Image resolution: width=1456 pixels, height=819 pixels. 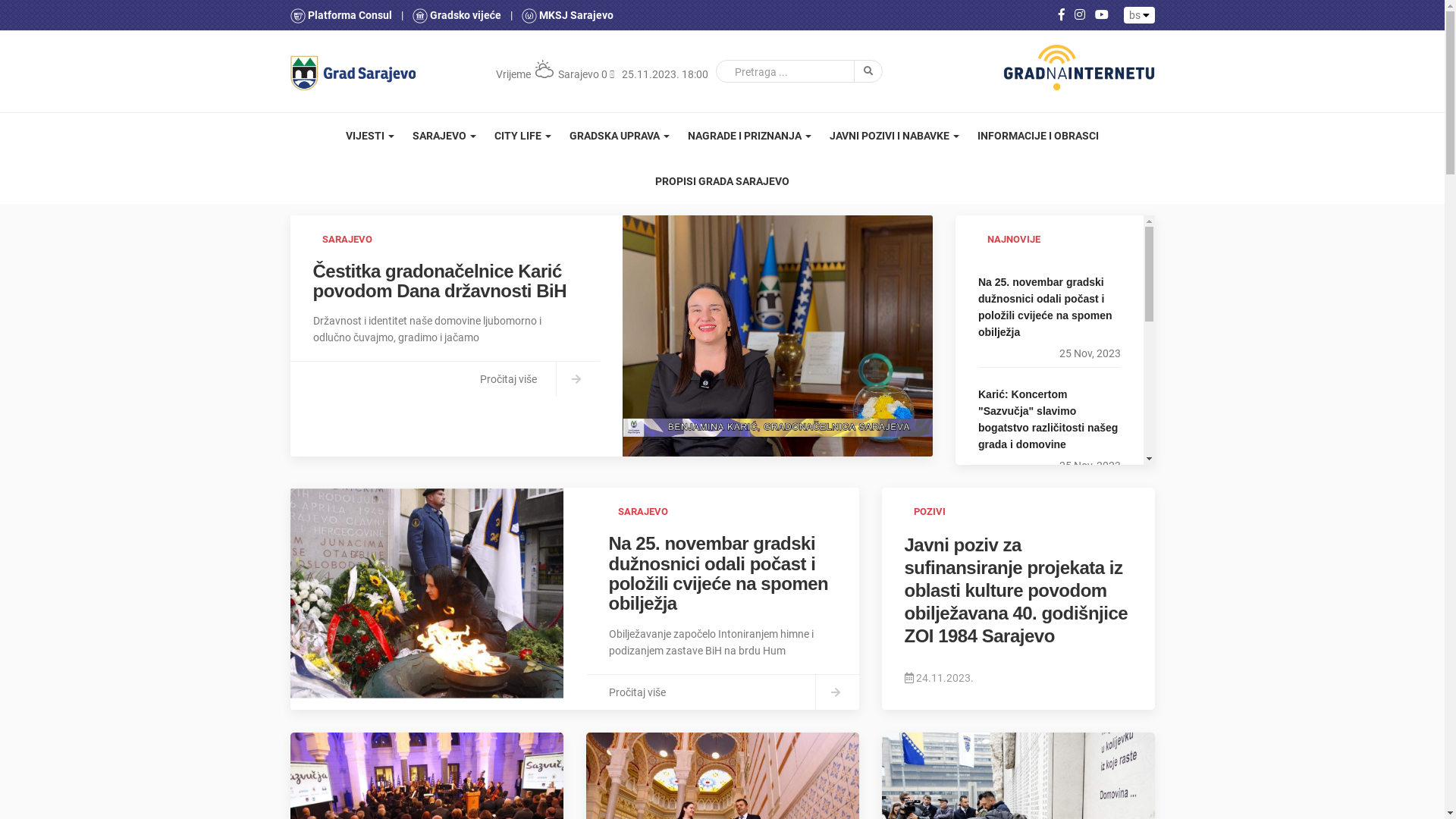 What do you see at coordinates (370, 134) in the screenshot?
I see `'VIJESTI'` at bounding box center [370, 134].